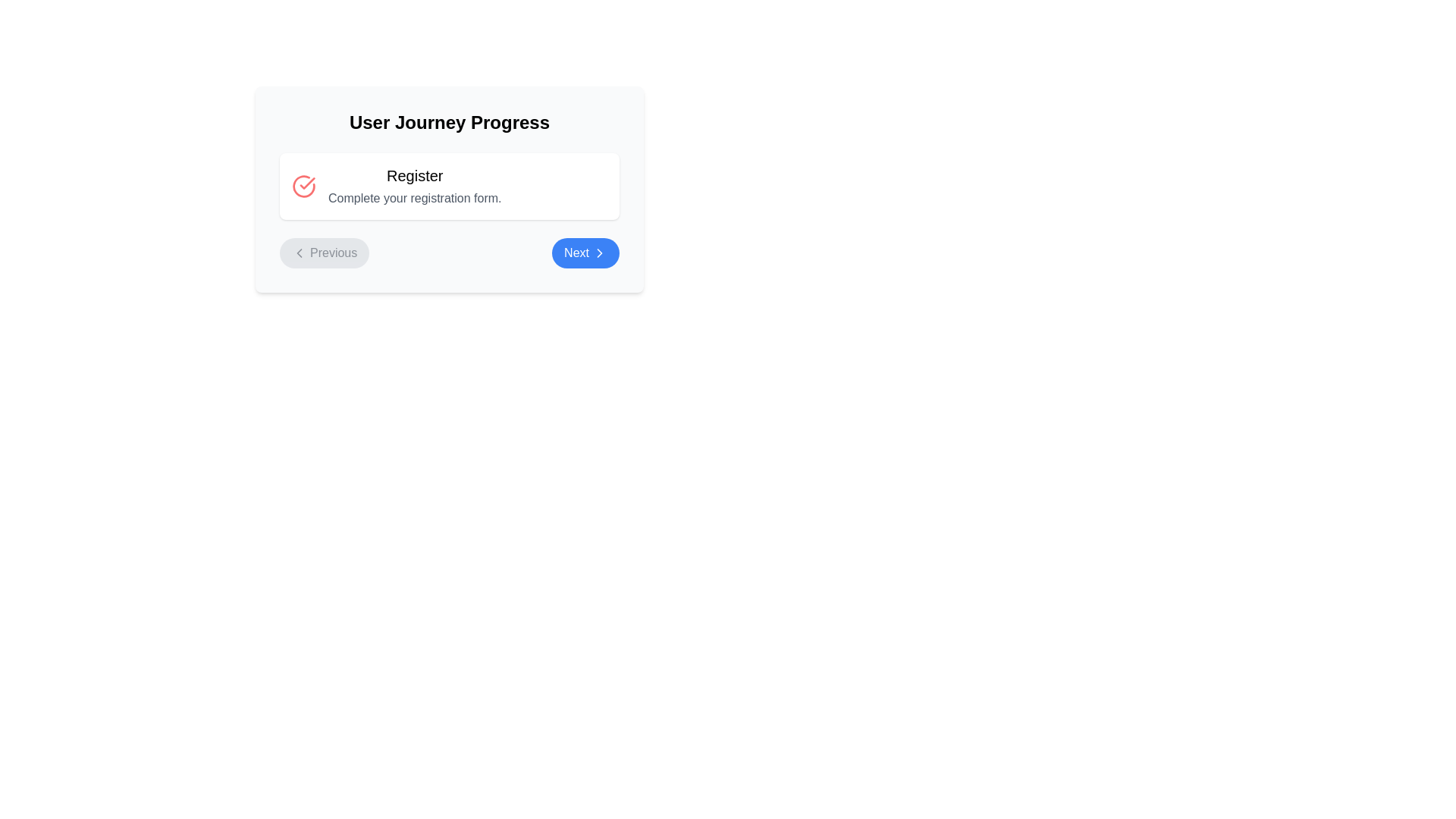 The image size is (1456, 819). I want to click on the header titled 'User Journey Progress', which is styled in bold and centrally aligned at the top of the section, so click(449, 122).